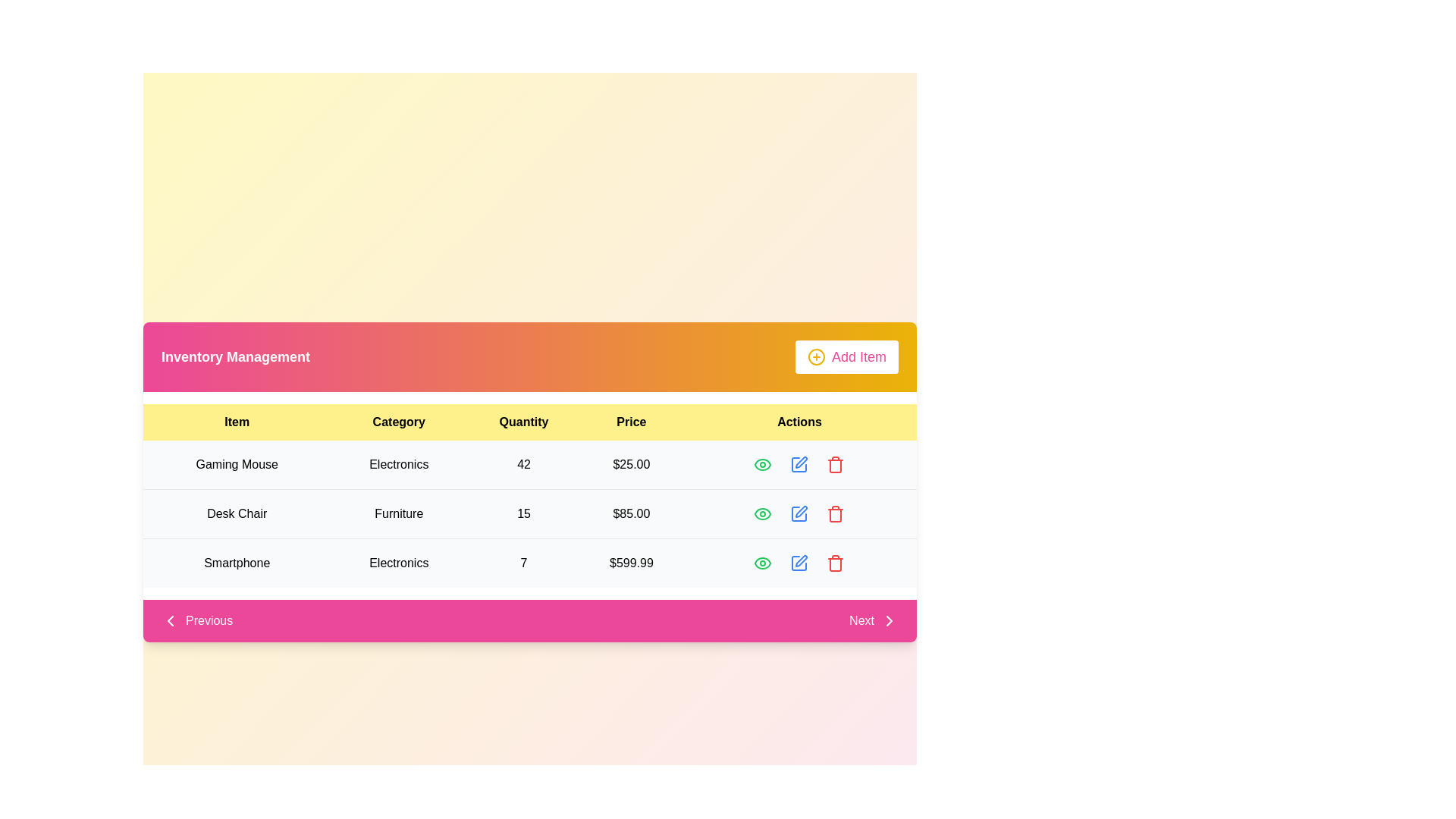 The width and height of the screenshot is (1456, 819). Describe the element at coordinates (801, 512) in the screenshot. I see `the edit icon button corresponding to the 'Desk Chair' in the 'Actions' column` at that location.